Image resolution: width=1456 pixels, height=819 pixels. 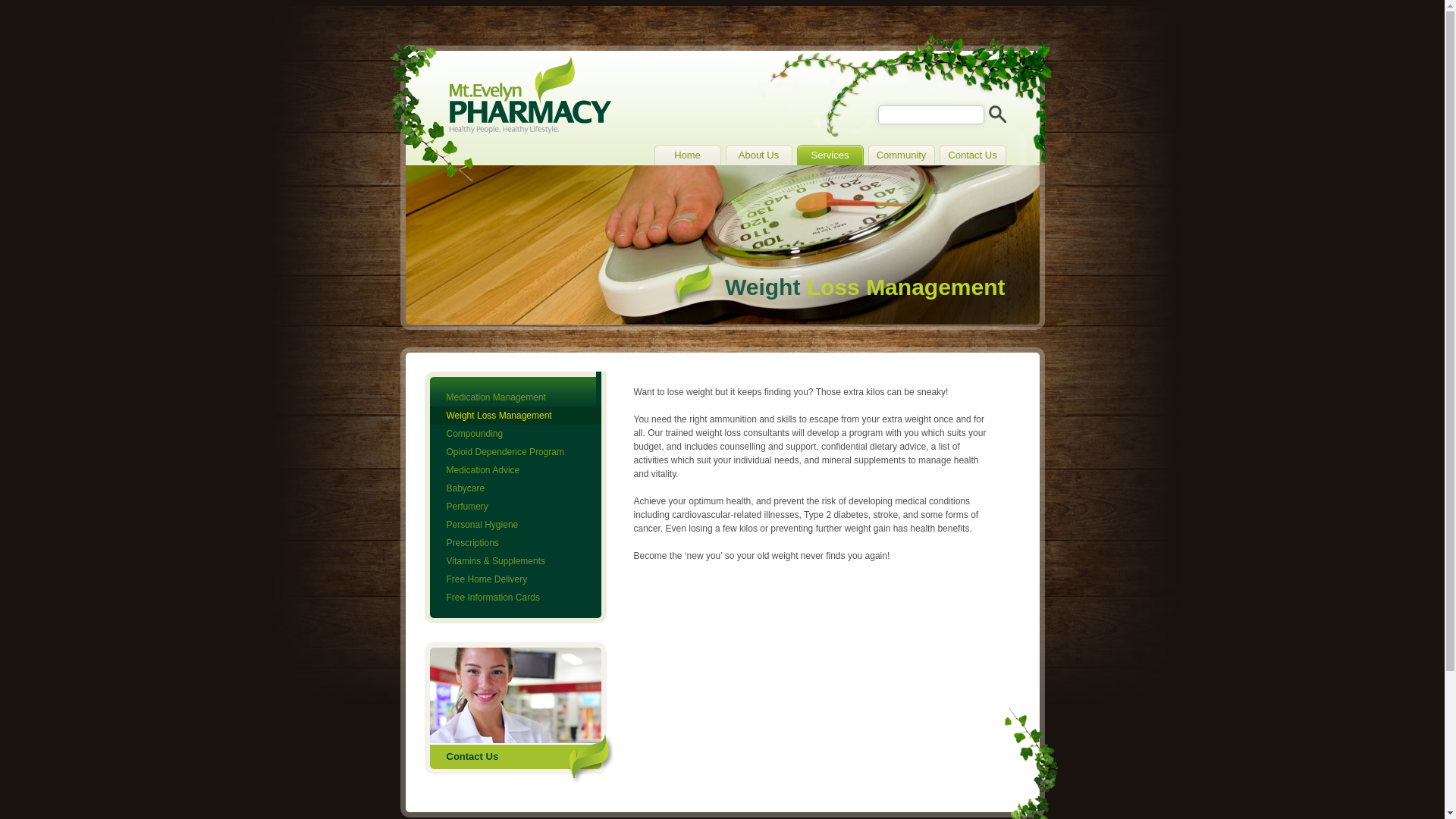 I want to click on 'Compounding', so click(x=514, y=433).